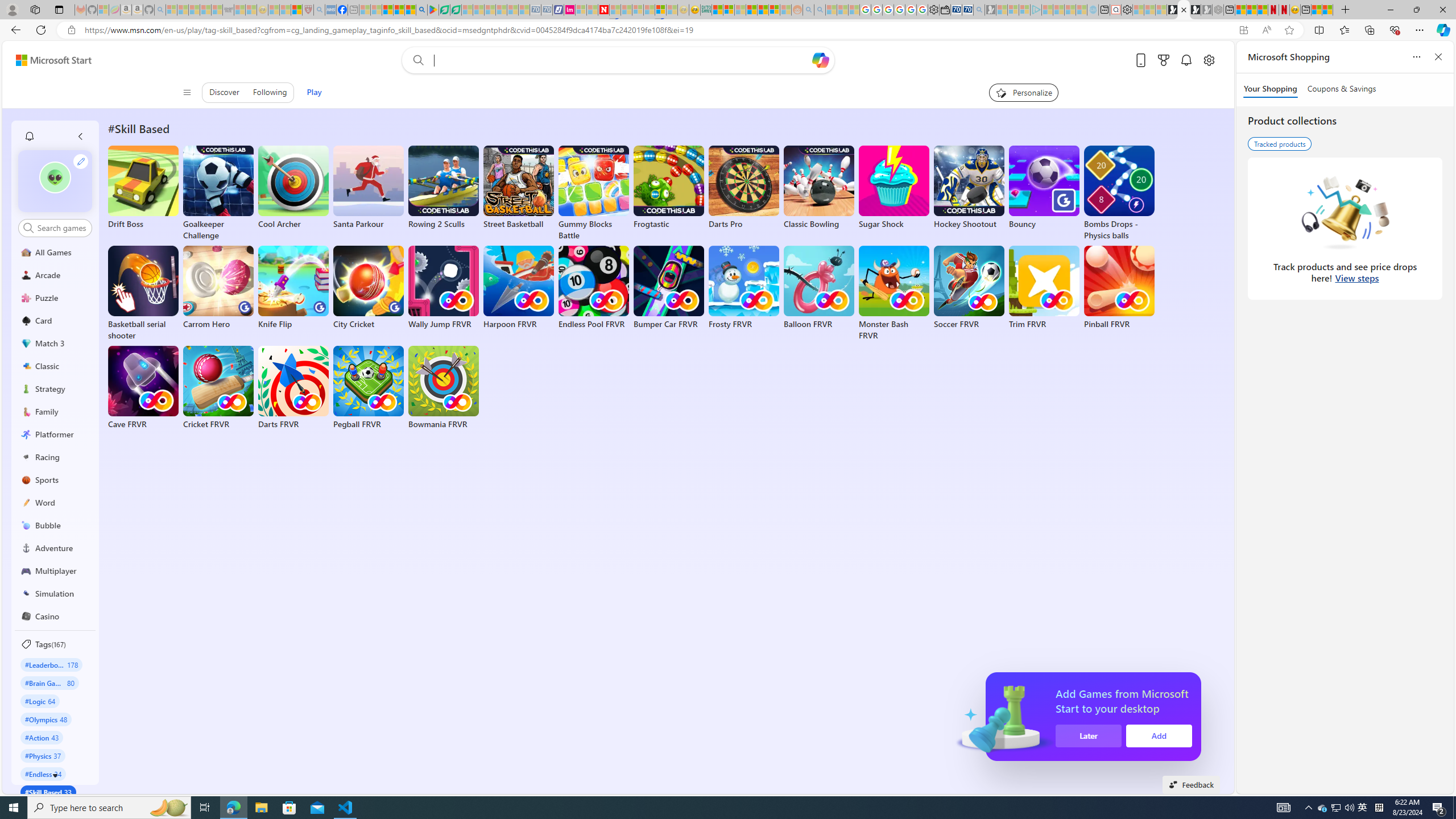  What do you see at coordinates (42, 755) in the screenshot?
I see `'#Physics 37'` at bounding box center [42, 755].